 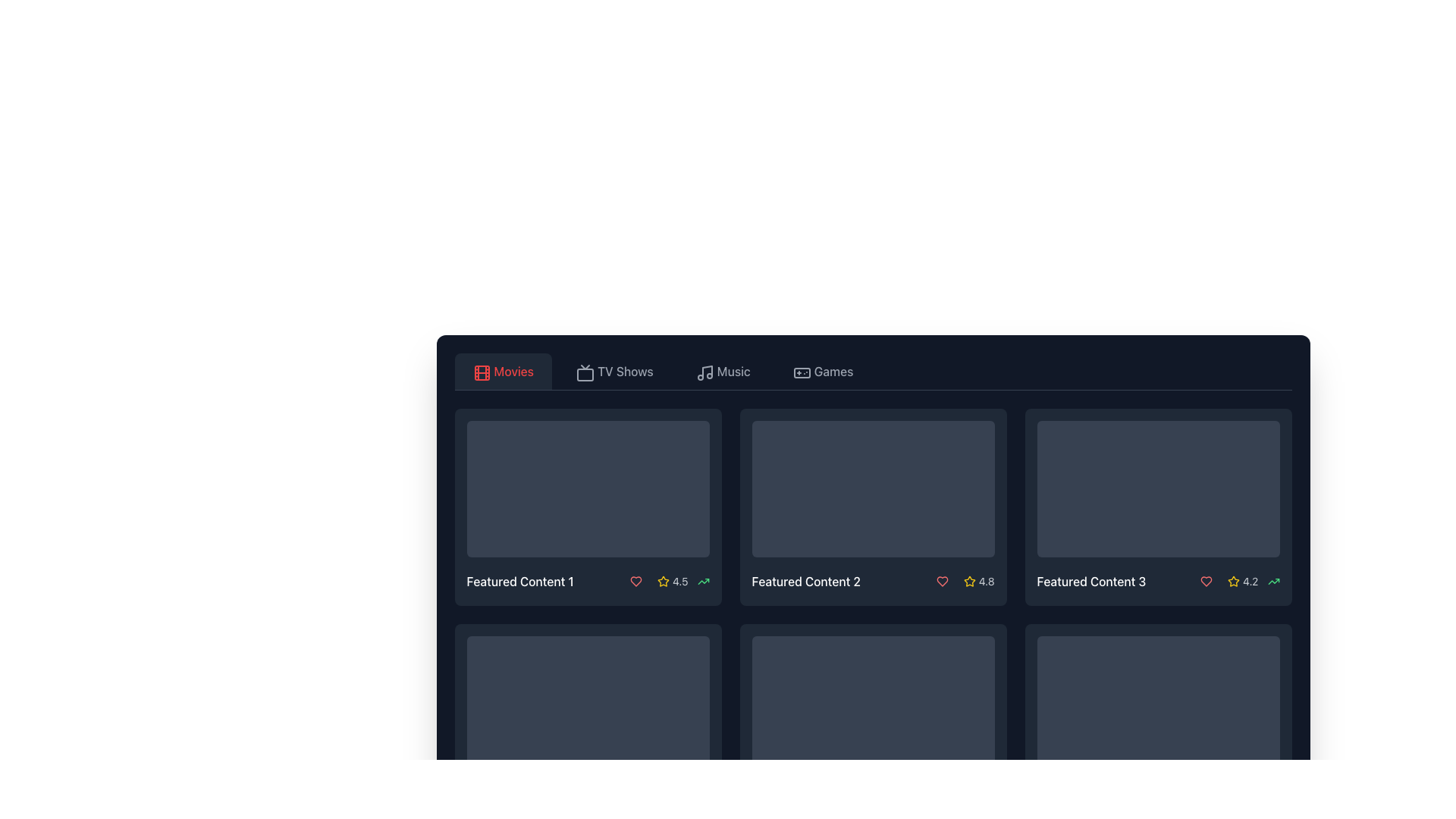 I want to click on the red movie-film icon in the active 'Movies' tab of the horizontal navigation menu, so click(x=481, y=373).